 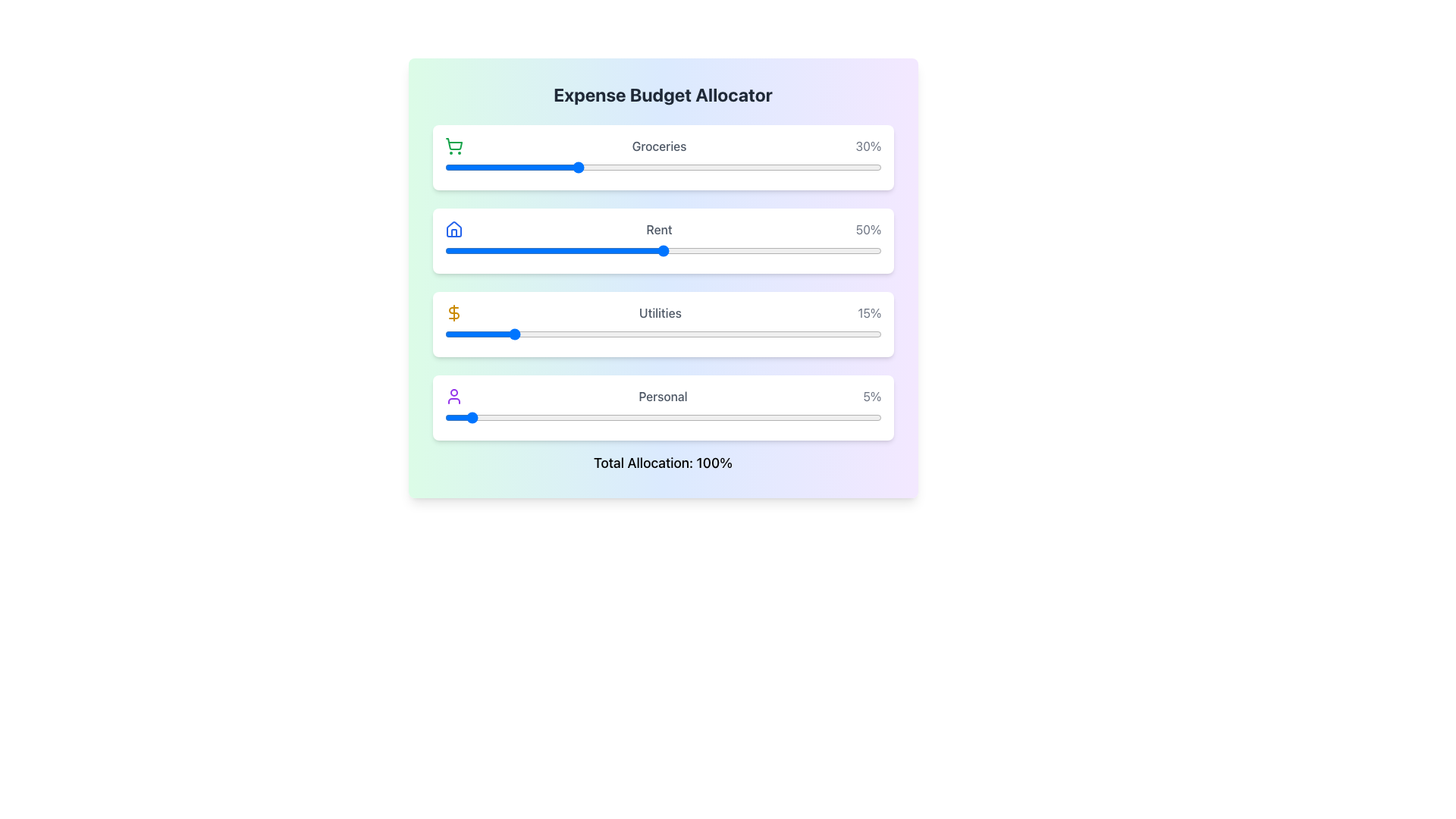 What do you see at coordinates (759, 167) in the screenshot?
I see `the allocation percentage for Groceries` at bounding box center [759, 167].